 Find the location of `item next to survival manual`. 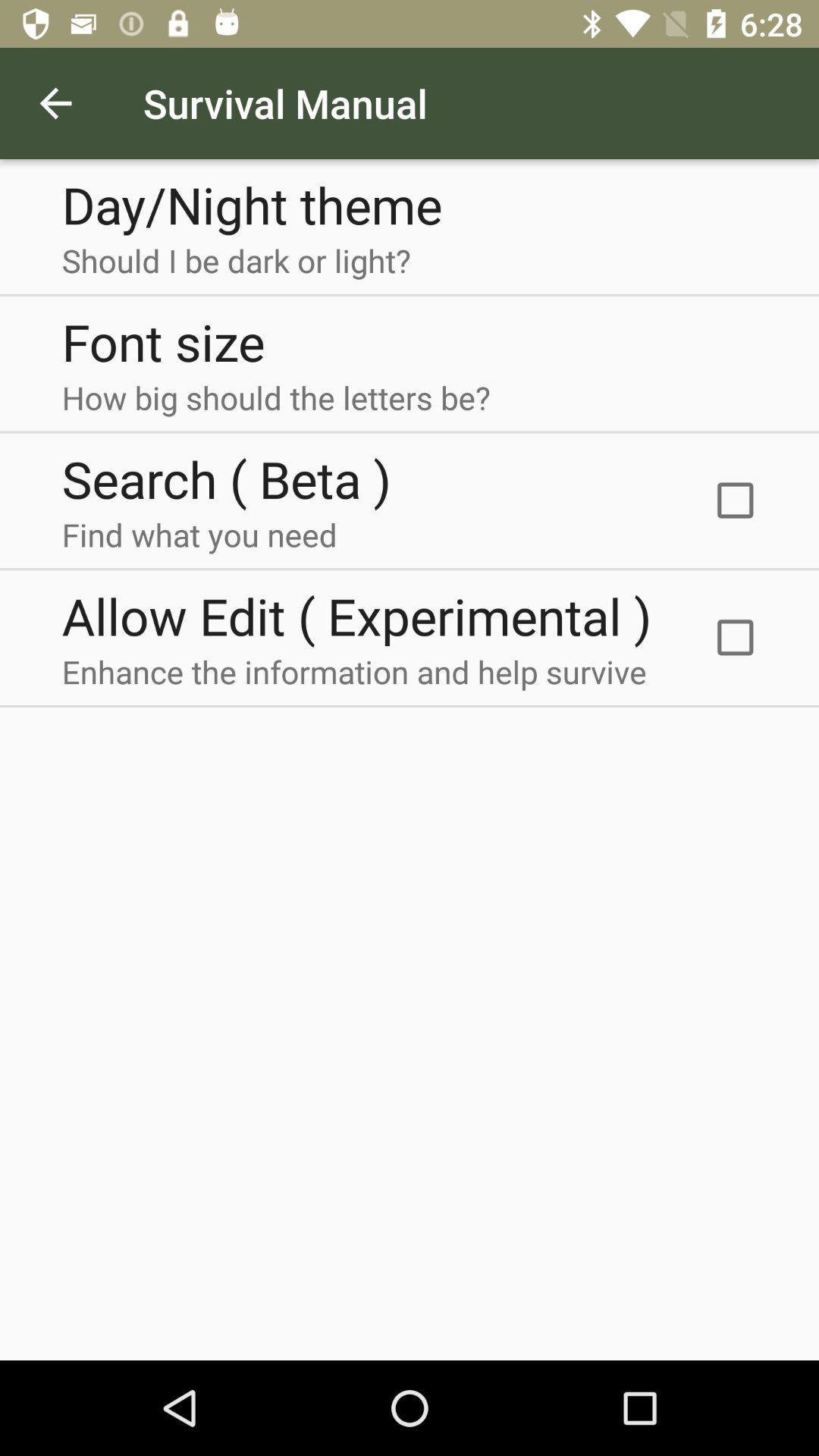

item next to survival manual is located at coordinates (55, 102).